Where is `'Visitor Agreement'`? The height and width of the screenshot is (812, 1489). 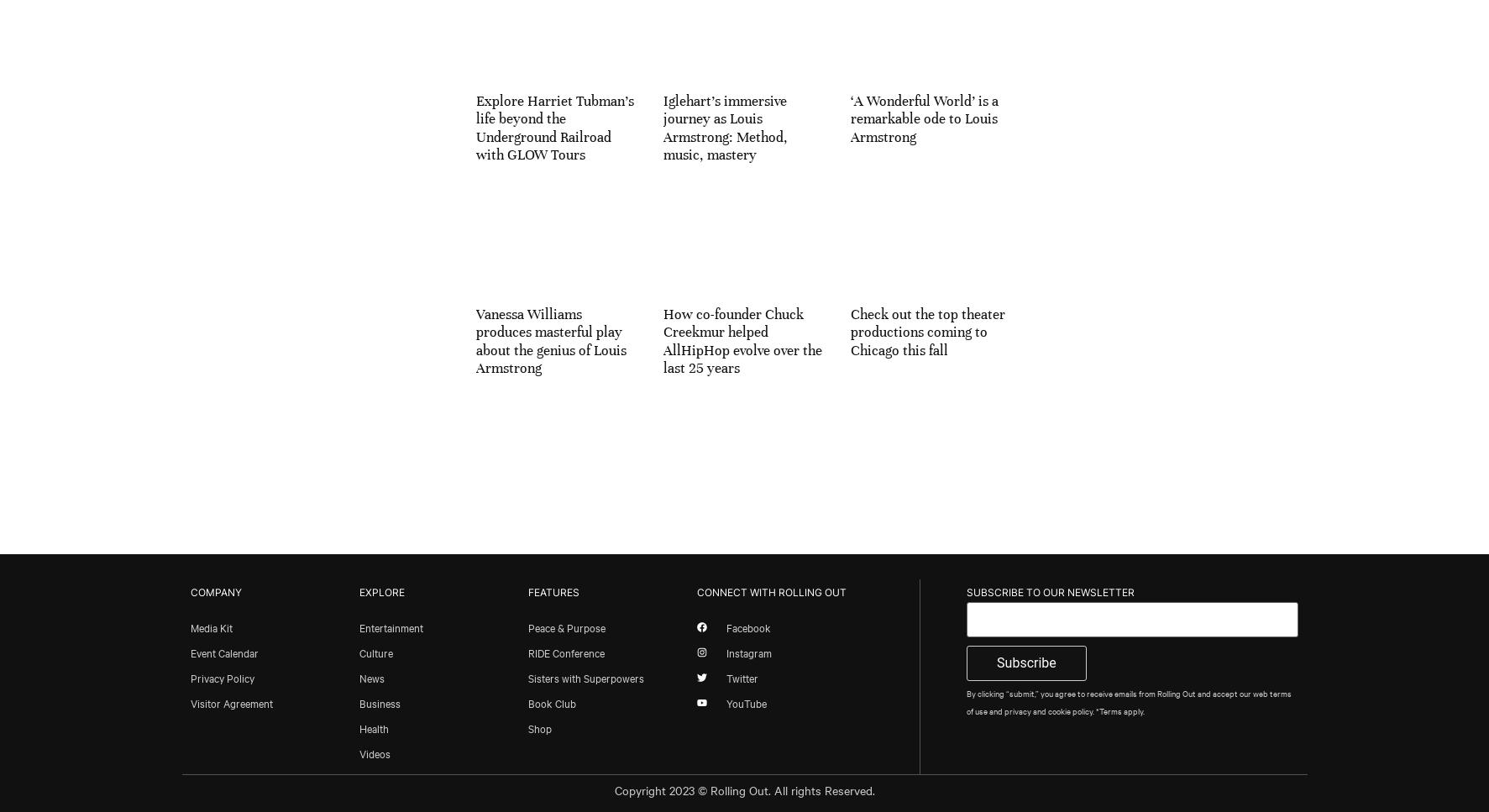 'Visitor Agreement' is located at coordinates (229, 701).